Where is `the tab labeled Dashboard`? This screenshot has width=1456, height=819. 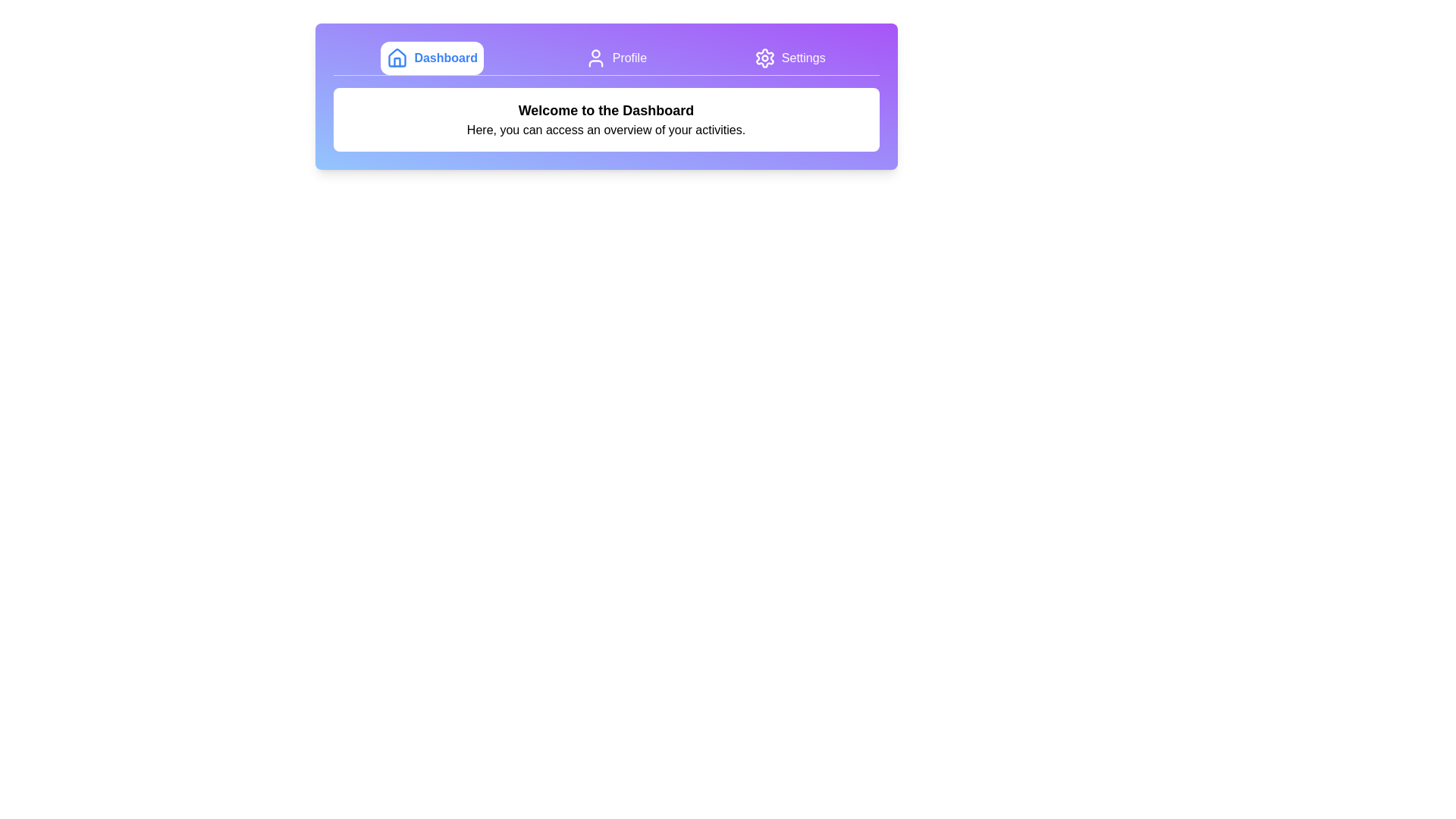 the tab labeled Dashboard is located at coordinates (431, 58).